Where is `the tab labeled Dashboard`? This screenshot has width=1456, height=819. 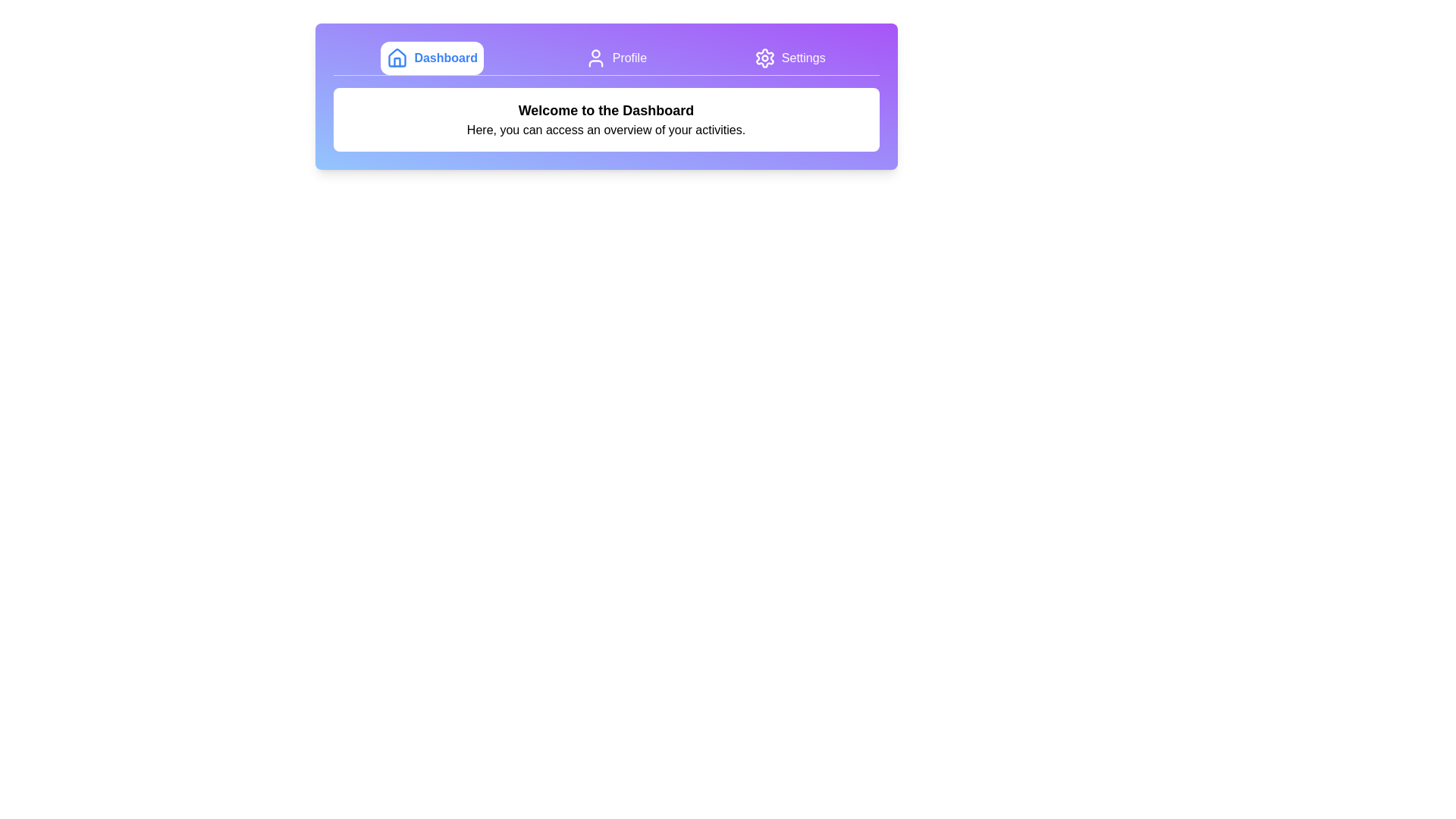 the tab labeled Dashboard is located at coordinates (431, 58).